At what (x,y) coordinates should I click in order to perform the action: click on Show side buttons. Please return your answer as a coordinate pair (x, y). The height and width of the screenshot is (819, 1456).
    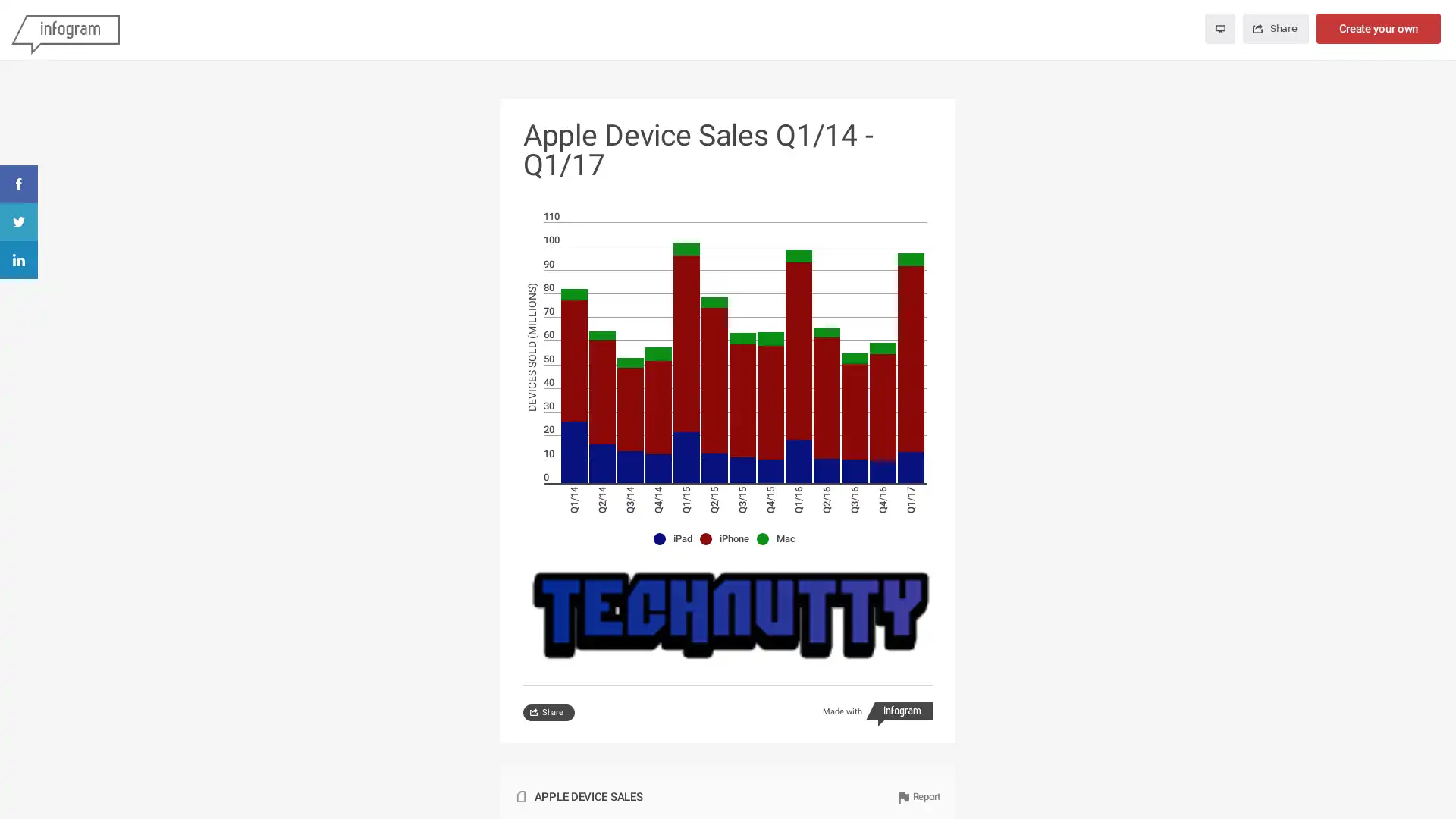
    Looking at the image, I should click on (931, 120).